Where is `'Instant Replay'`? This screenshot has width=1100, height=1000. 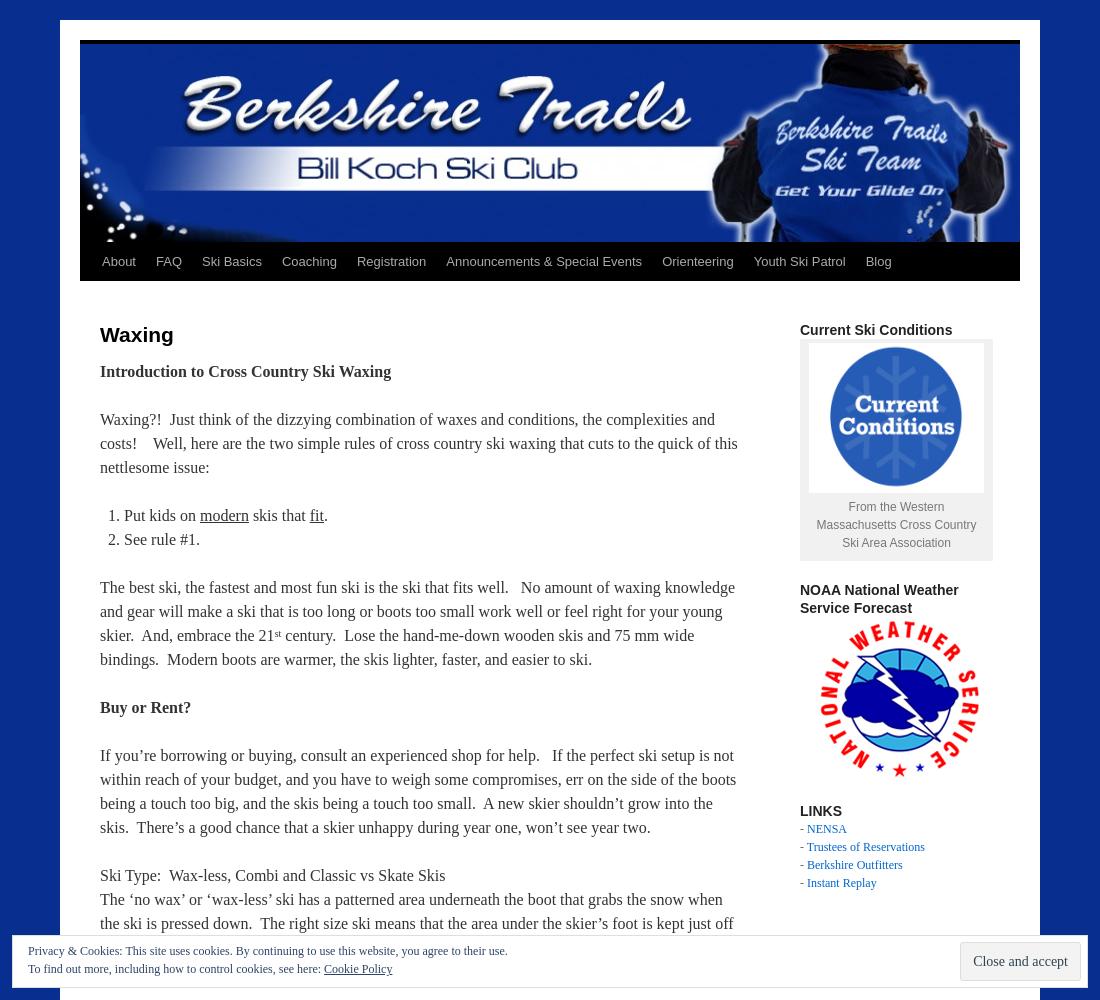
'Instant Replay' is located at coordinates (840, 883).